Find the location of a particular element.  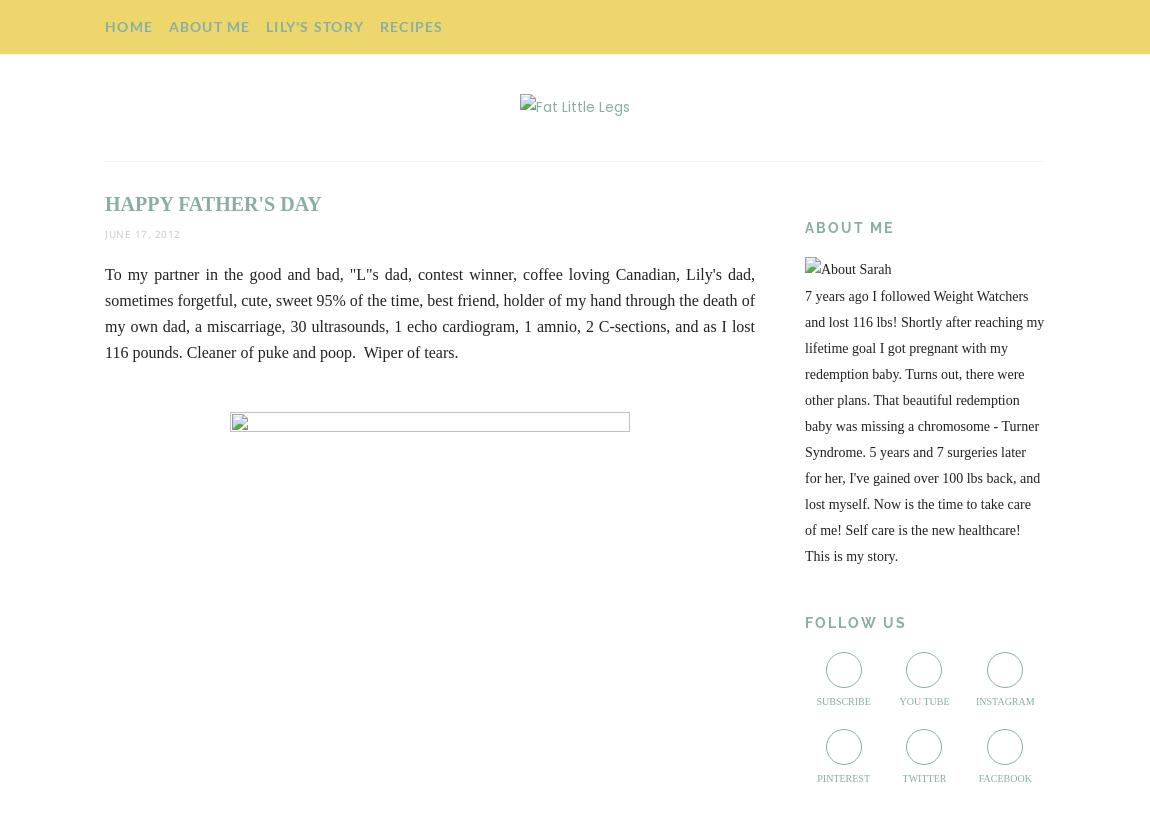

'Subscribe' is located at coordinates (841, 701).